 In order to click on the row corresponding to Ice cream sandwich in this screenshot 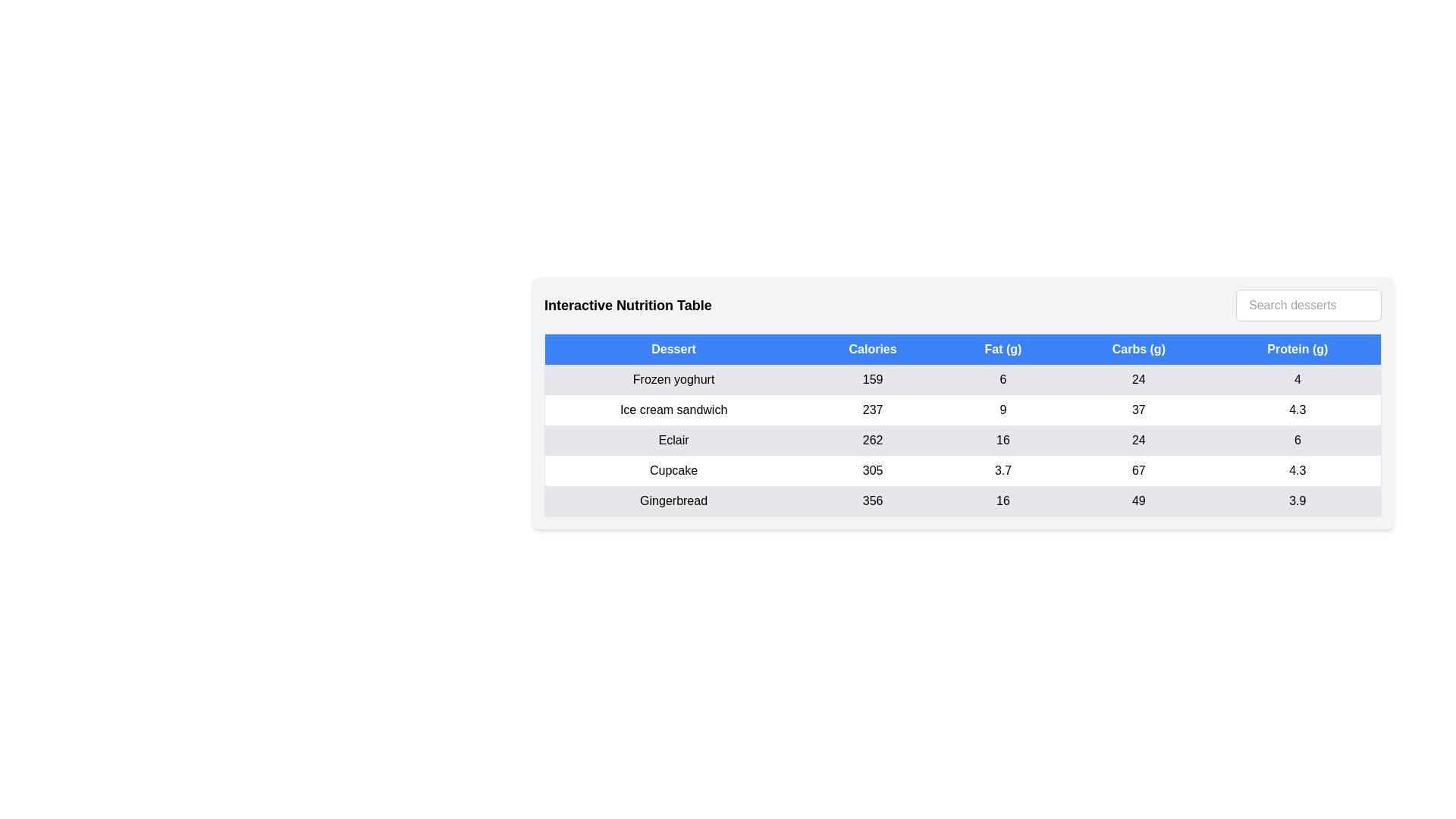, I will do `click(962, 409)`.